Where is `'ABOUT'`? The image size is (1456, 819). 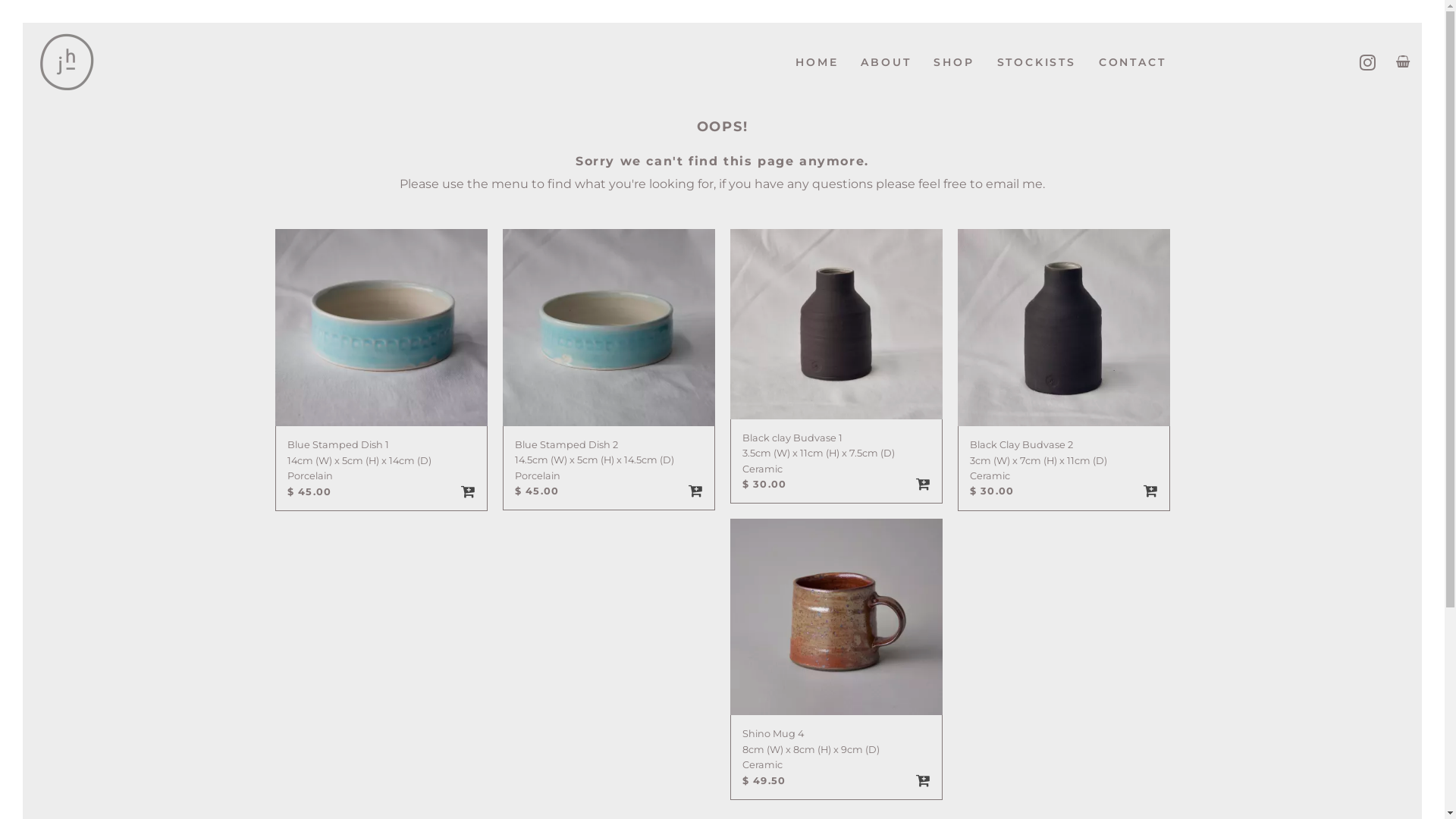 'ABOUT' is located at coordinates (885, 61).